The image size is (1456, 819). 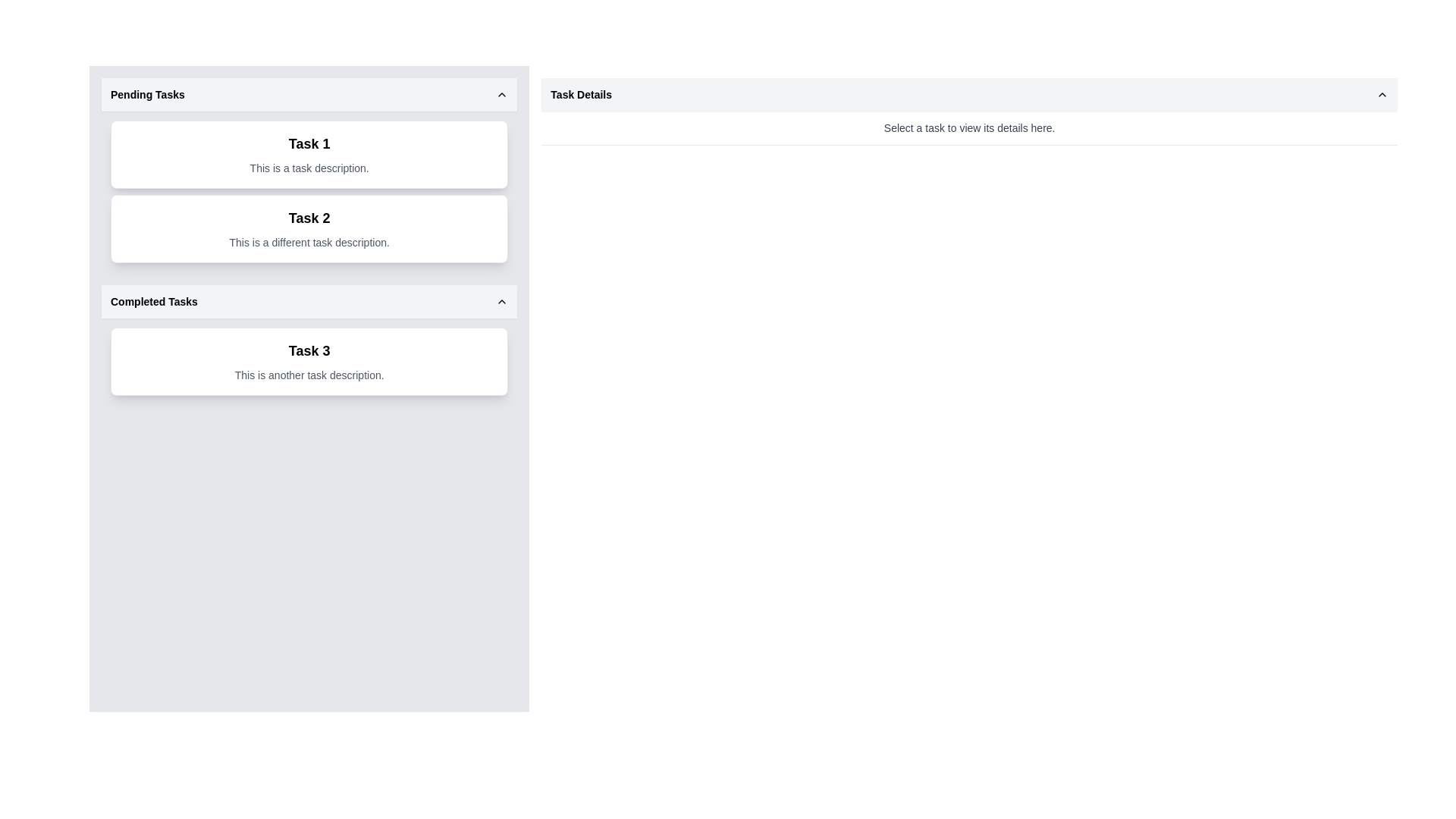 What do you see at coordinates (309, 155) in the screenshot?
I see `the first task item card in the 'Pending Tasks' section` at bounding box center [309, 155].